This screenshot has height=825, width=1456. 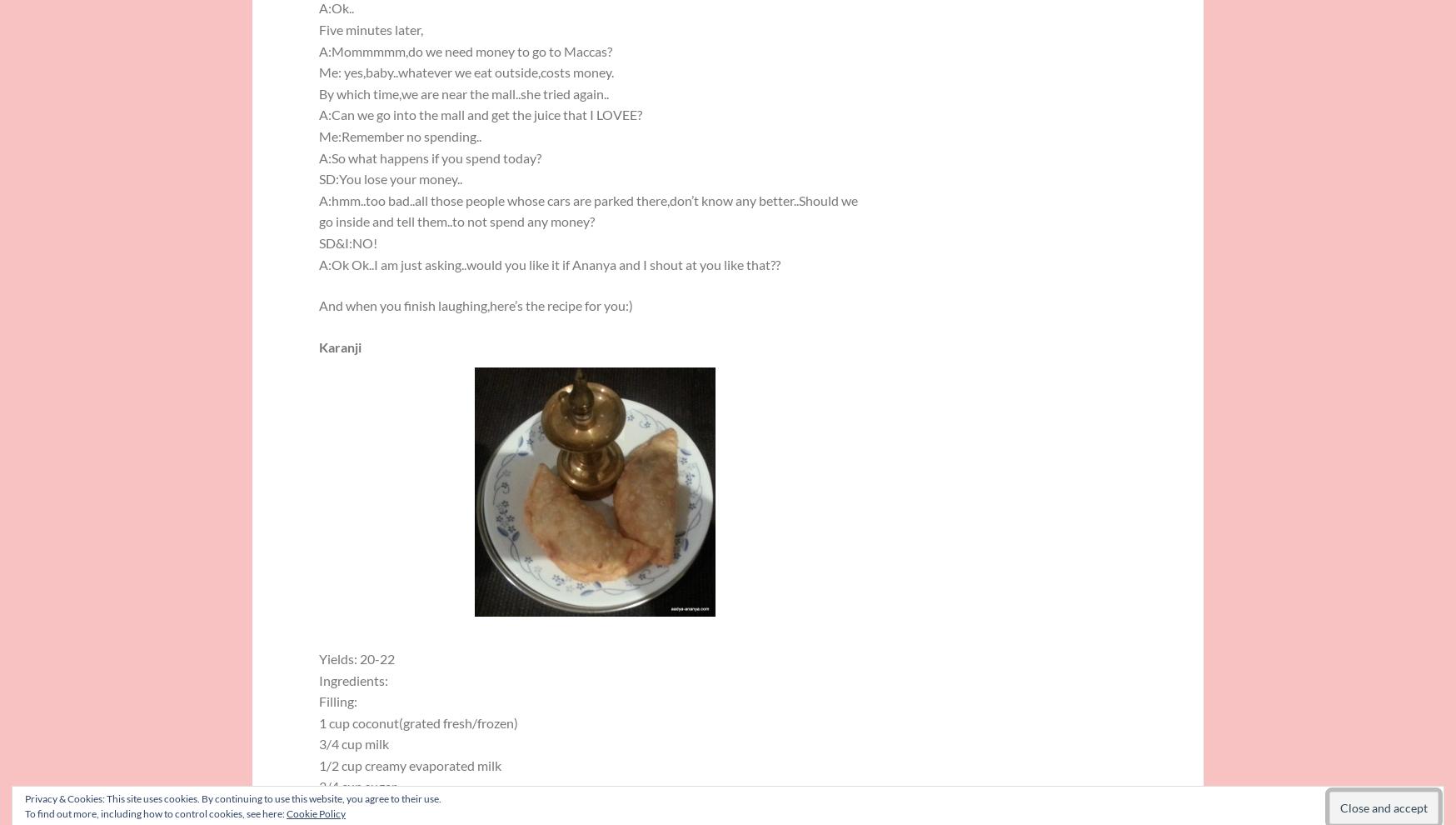 What do you see at coordinates (352, 807) in the screenshot?
I see `'nuts,raisins'` at bounding box center [352, 807].